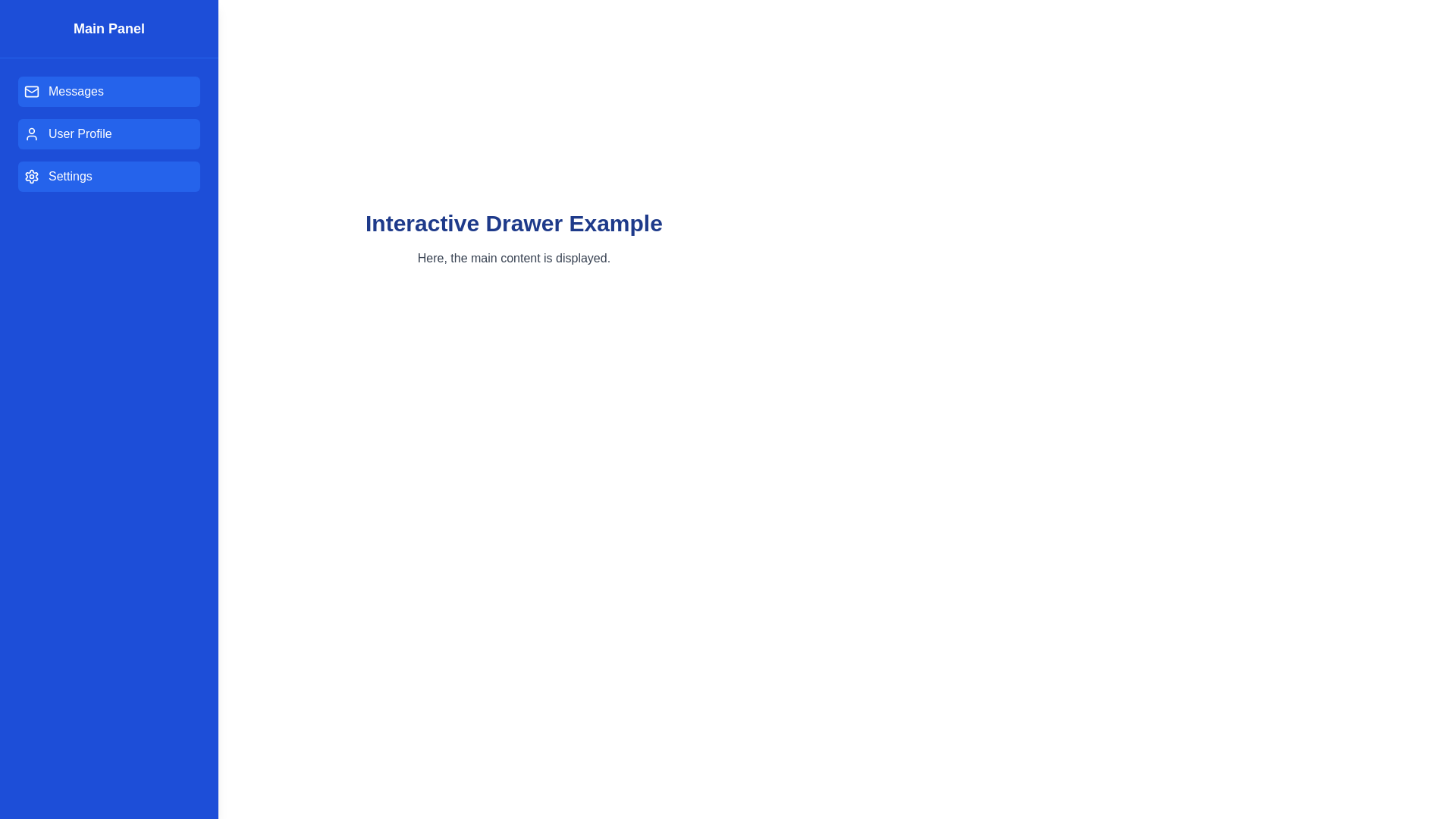 The image size is (1456, 819). What do you see at coordinates (513, 601) in the screenshot?
I see `the main content area to focus on it` at bounding box center [513, 601].